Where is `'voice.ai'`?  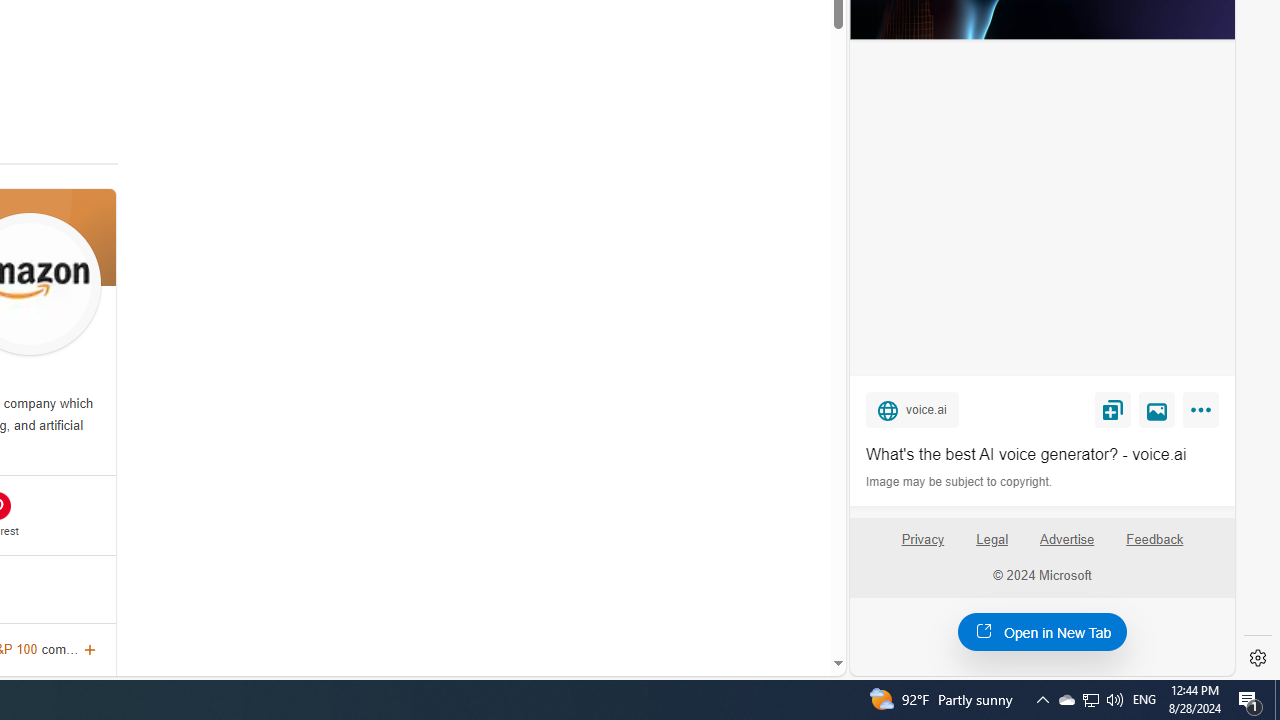 'voice.ai' is located at coordinates (911, 408).